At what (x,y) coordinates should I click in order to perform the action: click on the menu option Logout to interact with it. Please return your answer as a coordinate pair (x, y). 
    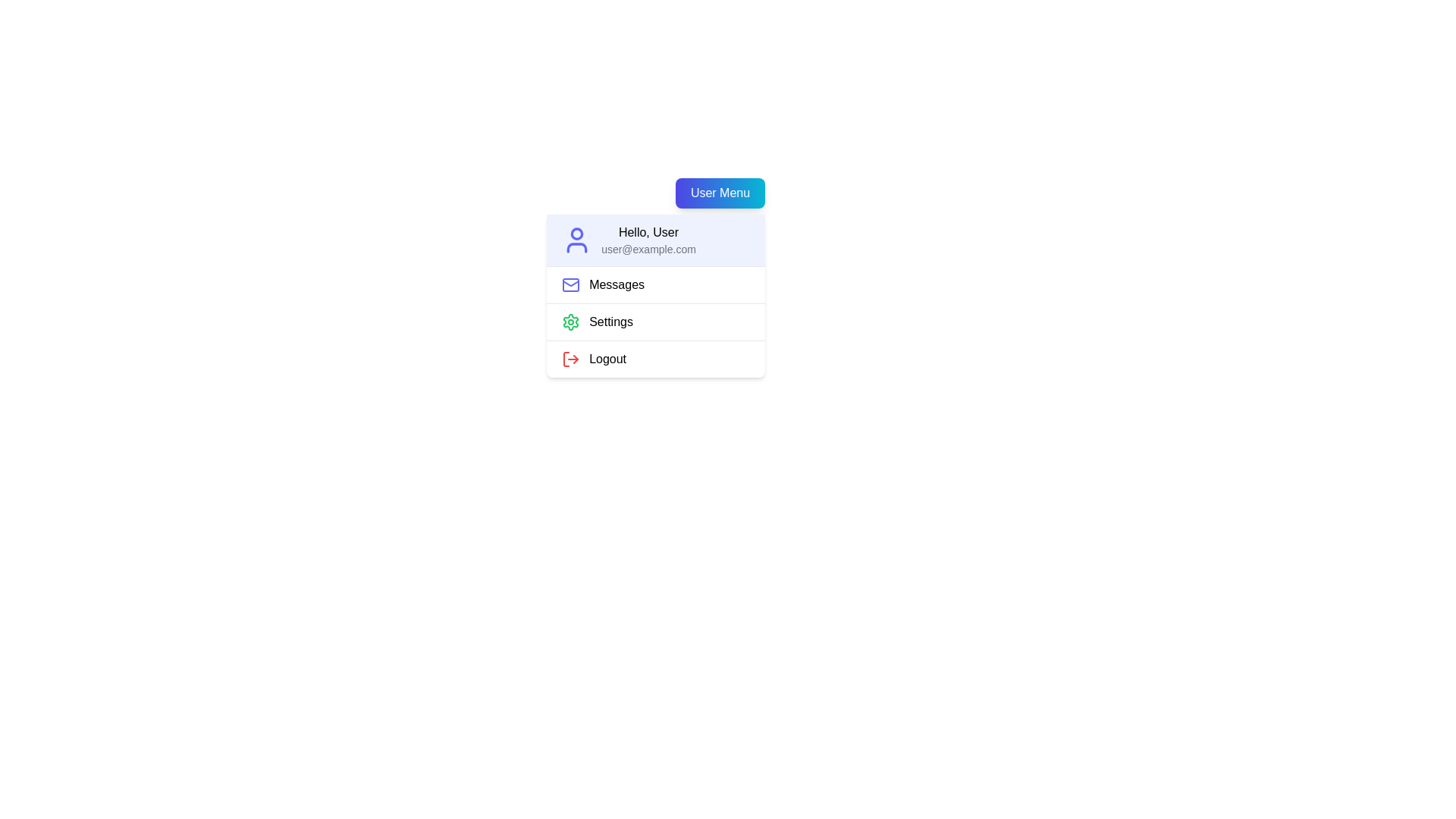
    Looking at the image, I should click on (656, 359).